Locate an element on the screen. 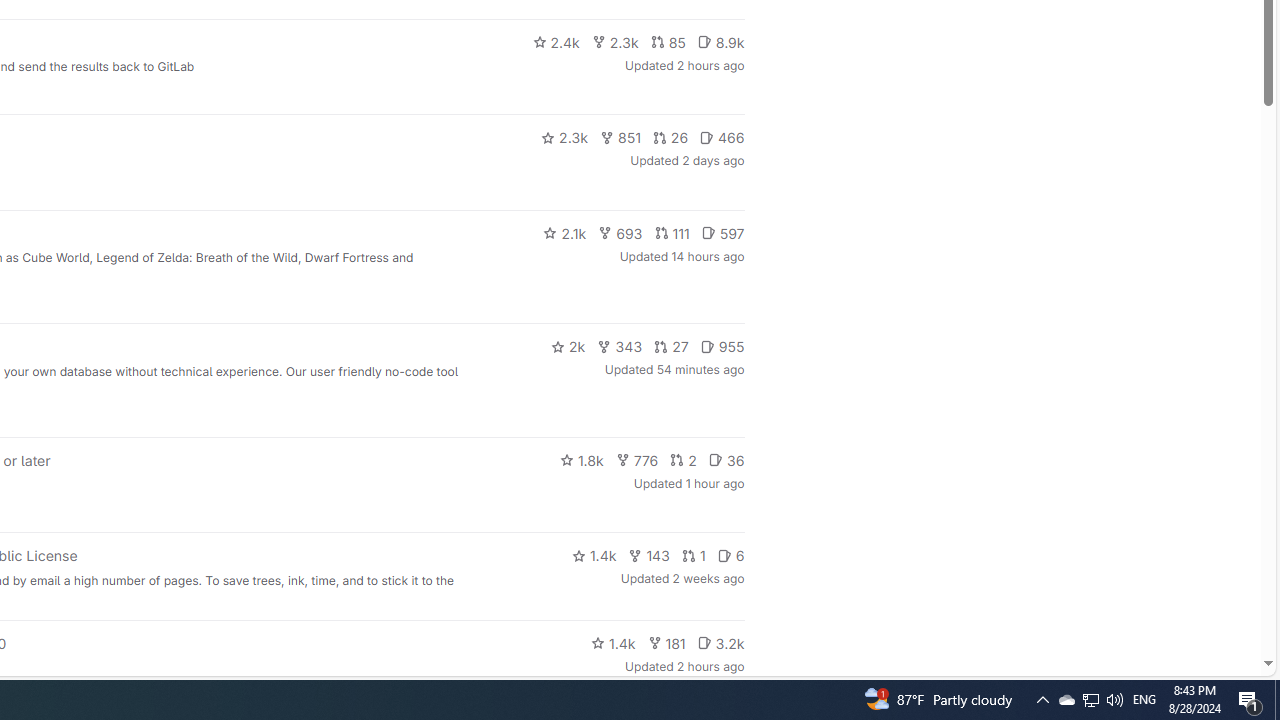 This screenshot has height=720, width=1280. '26' is located at coordinates (670, 136).